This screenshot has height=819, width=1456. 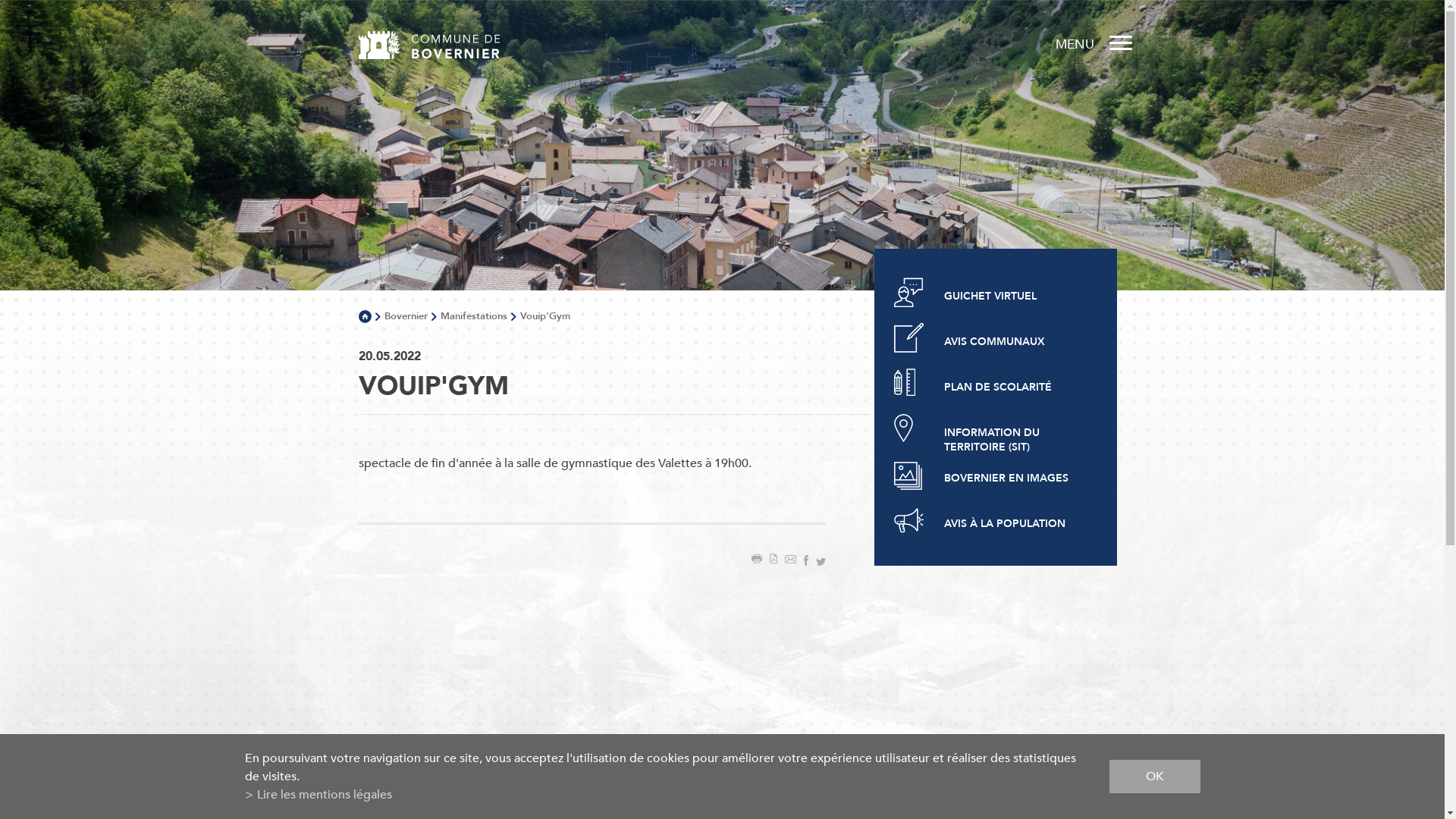 What do you see at coordinates (990, 429) in the screenshot?
I see `'INFORMATION DU TERRITOIRE (SIT)'` at bounding box center [990, 429].